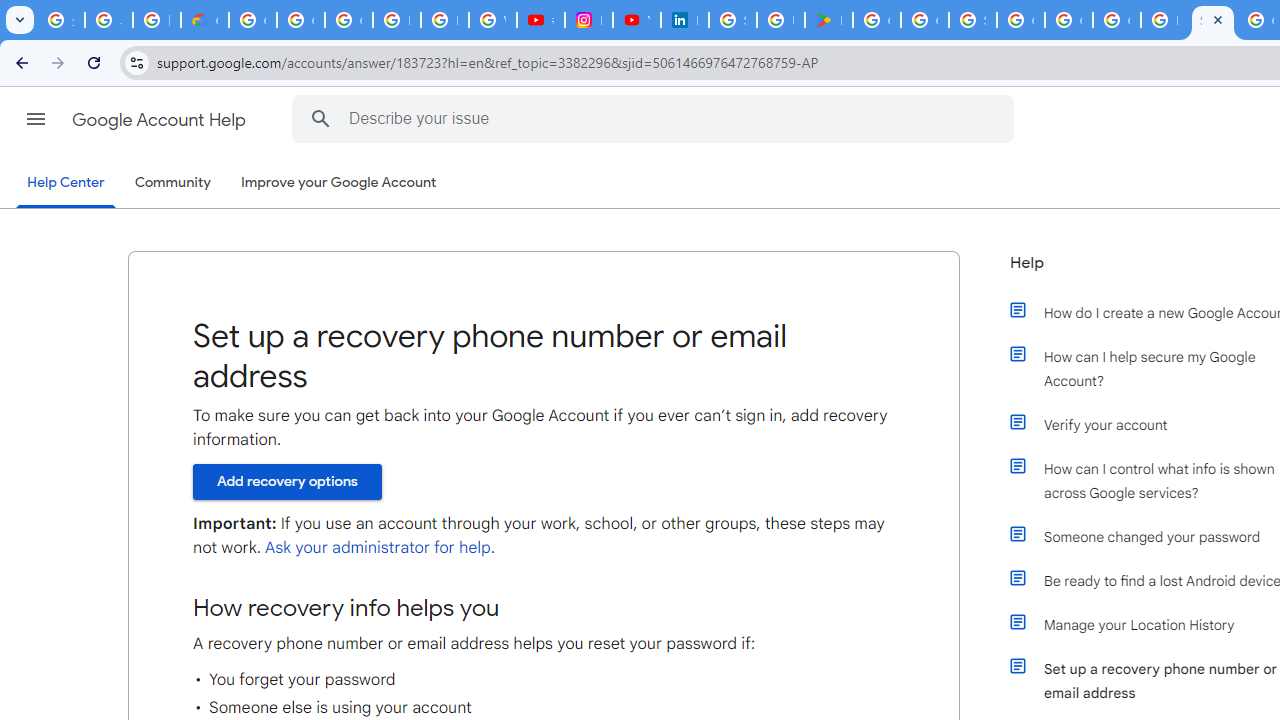 This screenshot has height=720, width=1280. I want to click on 'Search Help Center', so click(320, 118).